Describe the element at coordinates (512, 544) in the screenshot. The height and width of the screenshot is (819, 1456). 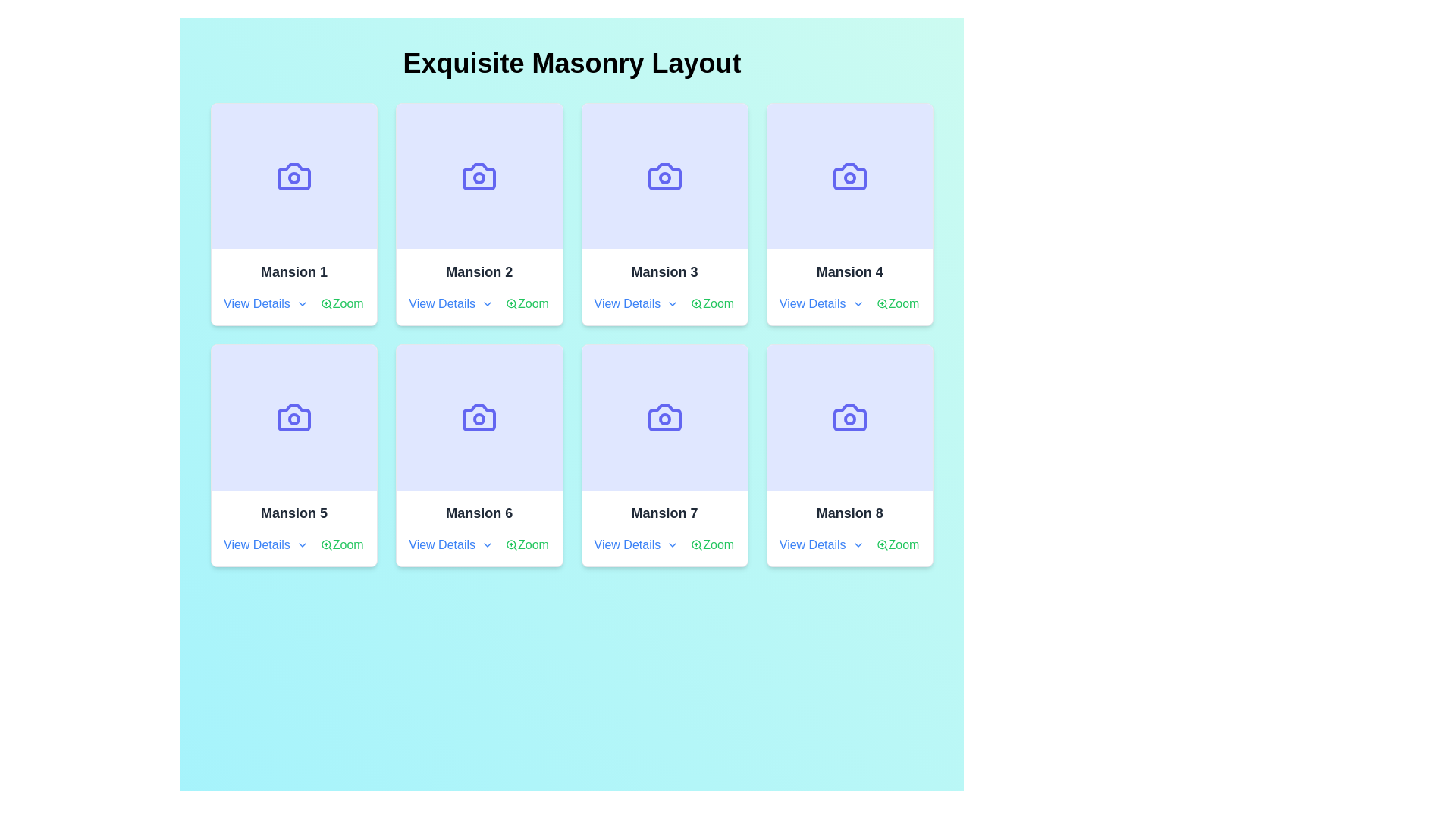
I see `the zoom icon located within the sixth card ('Mansion 6') of the 8-card grid layout` at that location.